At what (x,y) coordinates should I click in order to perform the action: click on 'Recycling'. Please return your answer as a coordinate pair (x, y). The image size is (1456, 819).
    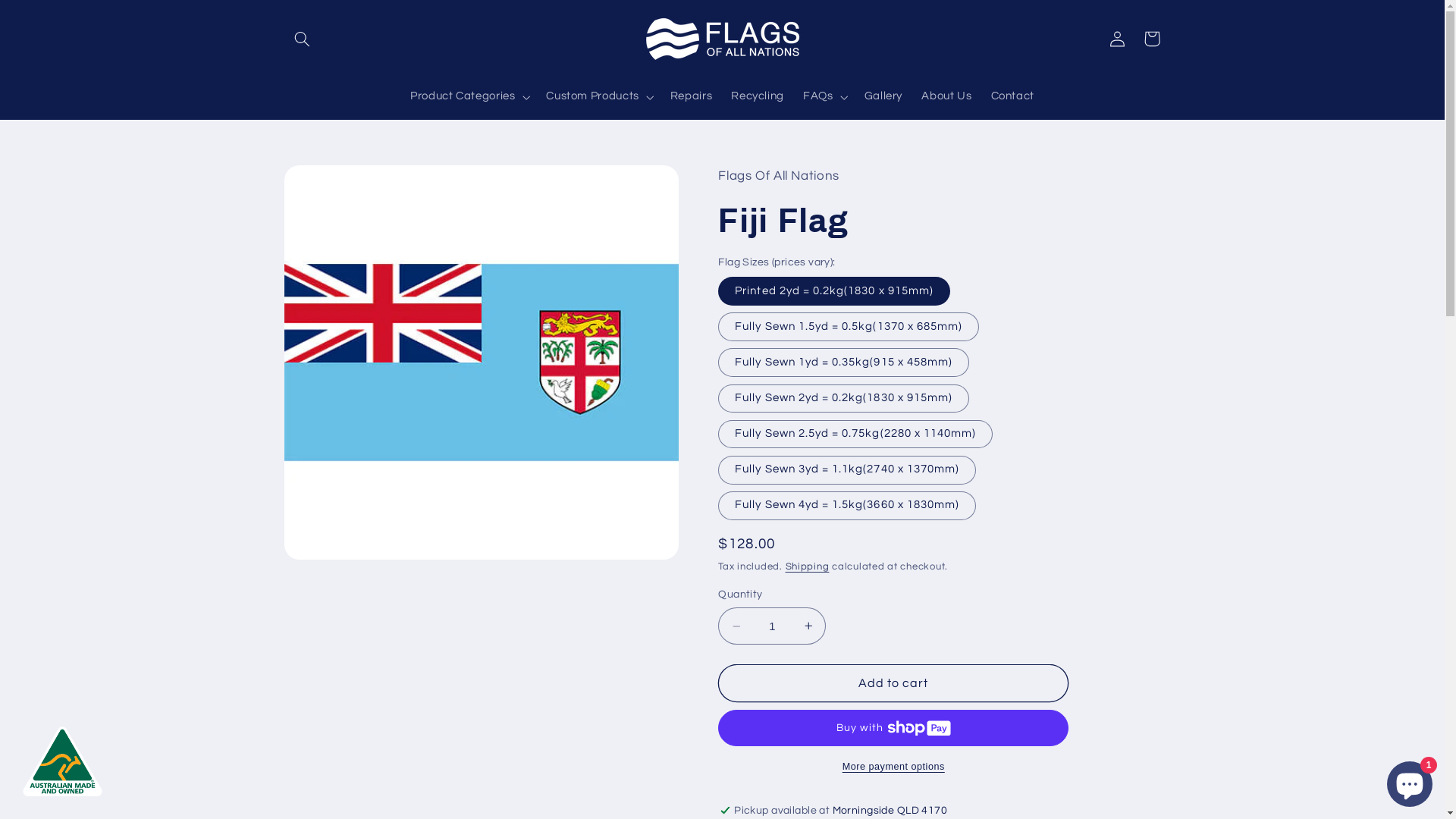
    Looking at the image, I should click on (720, 96).